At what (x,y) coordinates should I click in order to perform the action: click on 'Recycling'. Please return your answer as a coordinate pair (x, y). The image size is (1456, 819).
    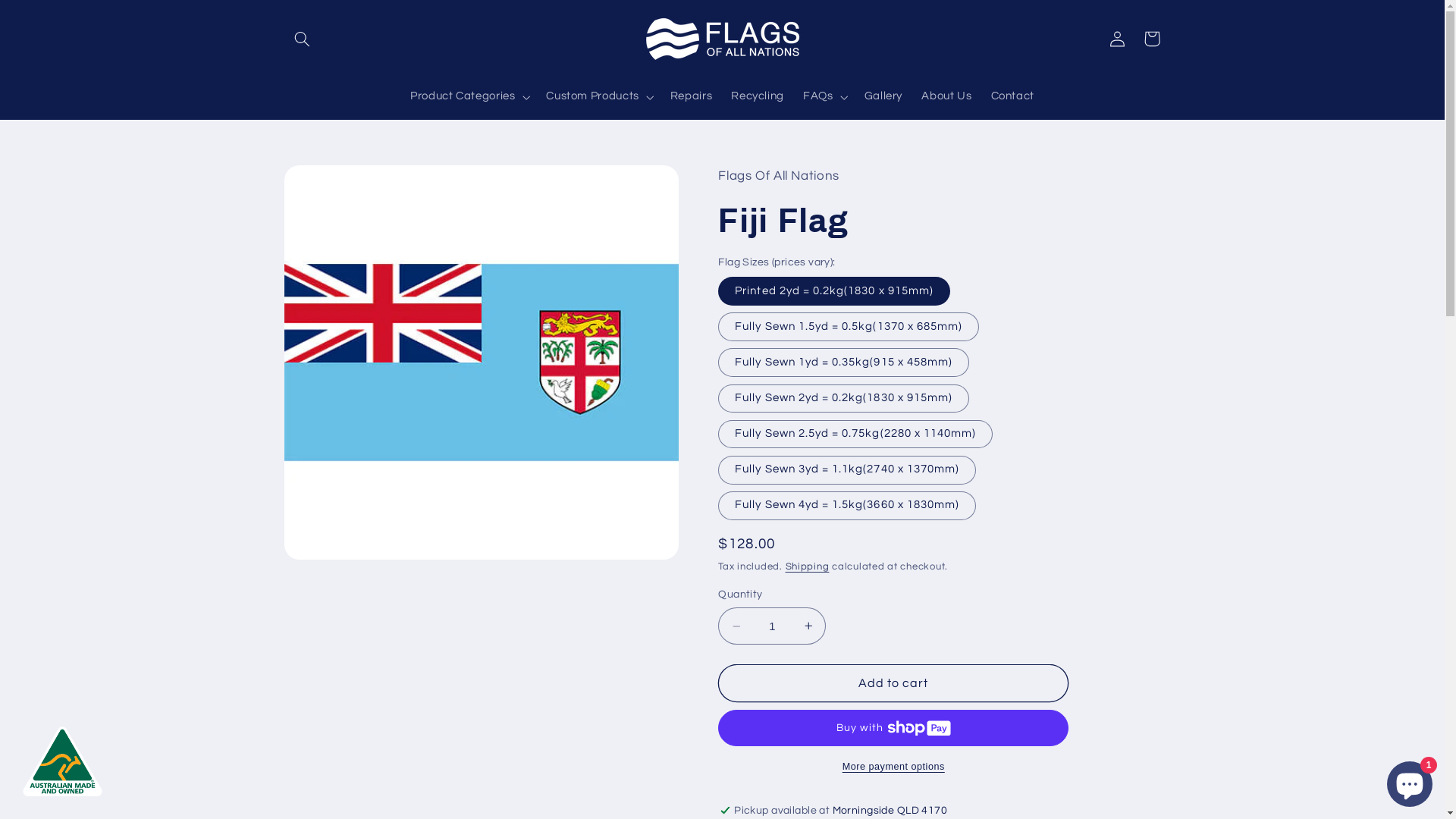
    Looking at the image, I should click on (720, 96).